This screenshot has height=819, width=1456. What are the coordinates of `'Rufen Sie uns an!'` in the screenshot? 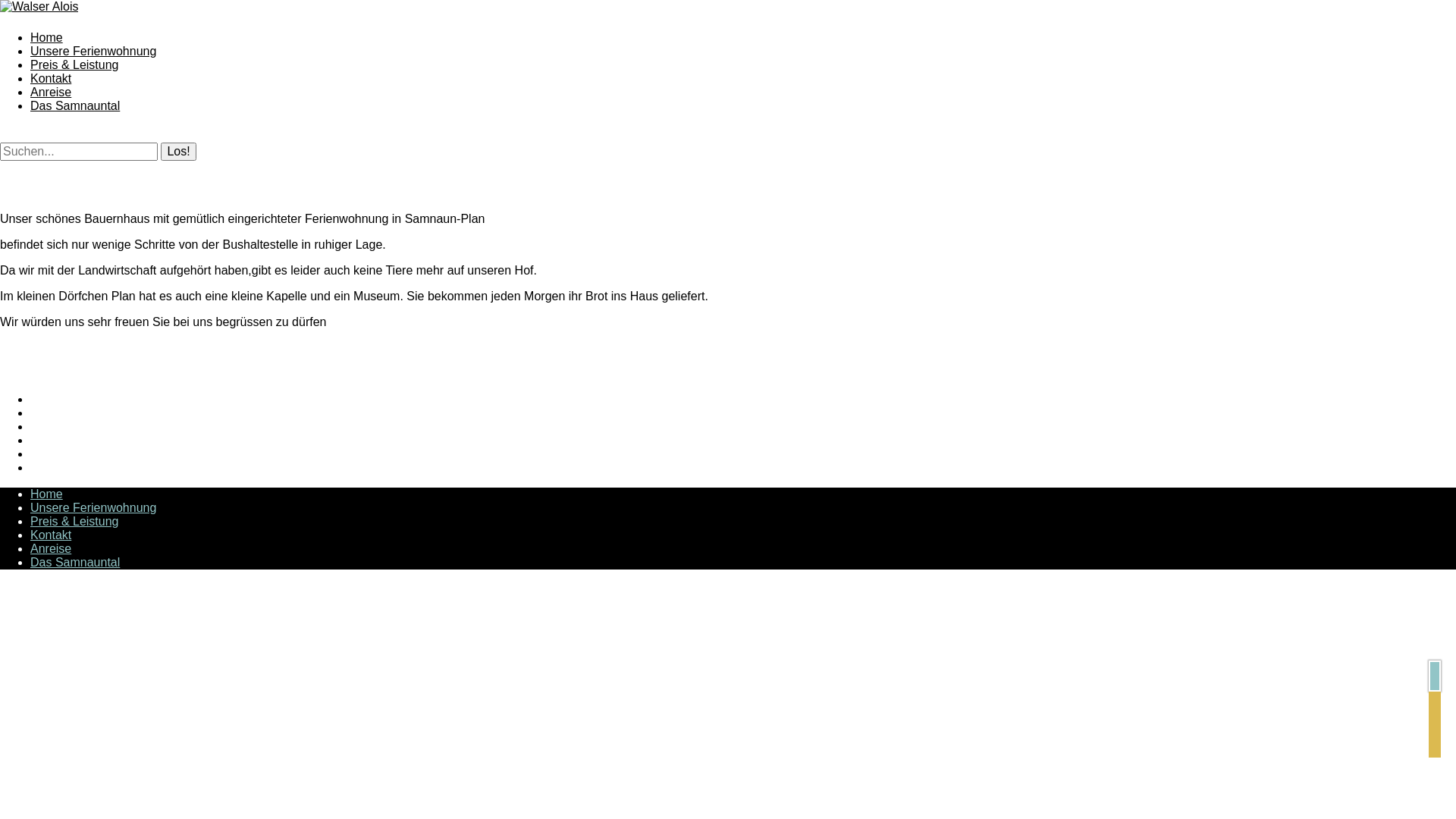 It's located at (1433, 702).